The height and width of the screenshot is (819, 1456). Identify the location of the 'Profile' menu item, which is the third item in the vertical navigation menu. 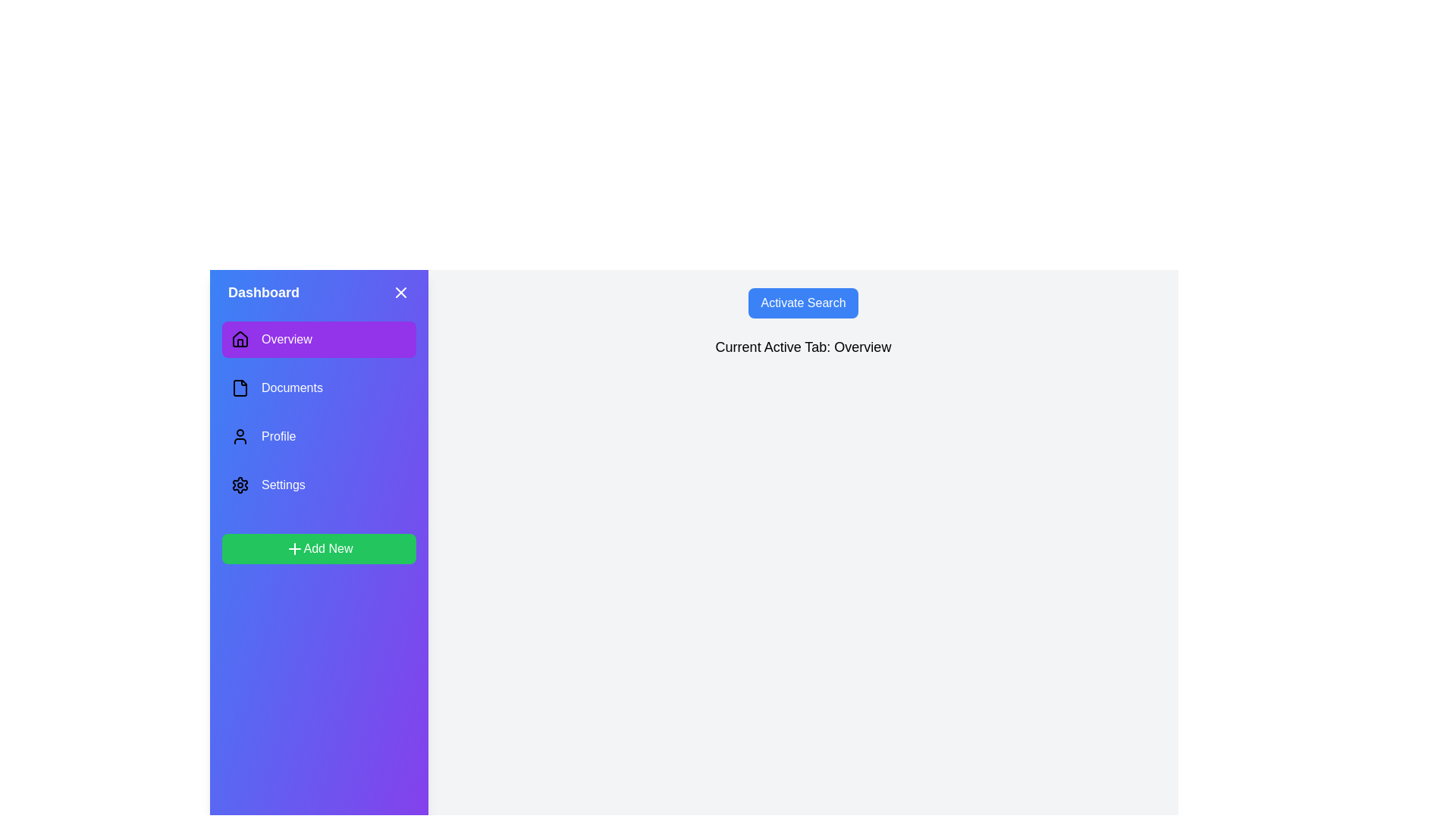
(318, 436).